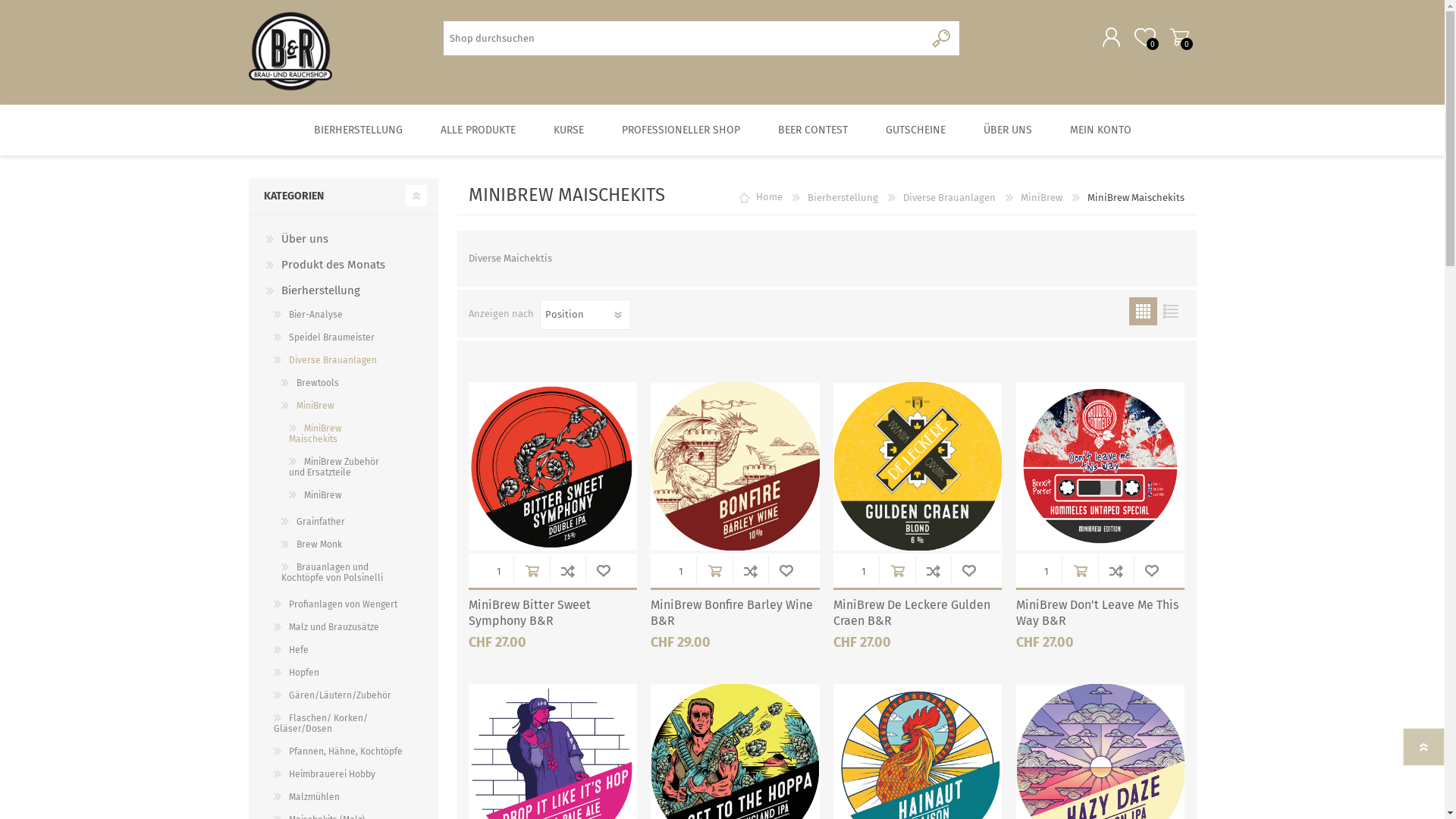  I want to click on 'Bierherstellung', so click(807, 196).